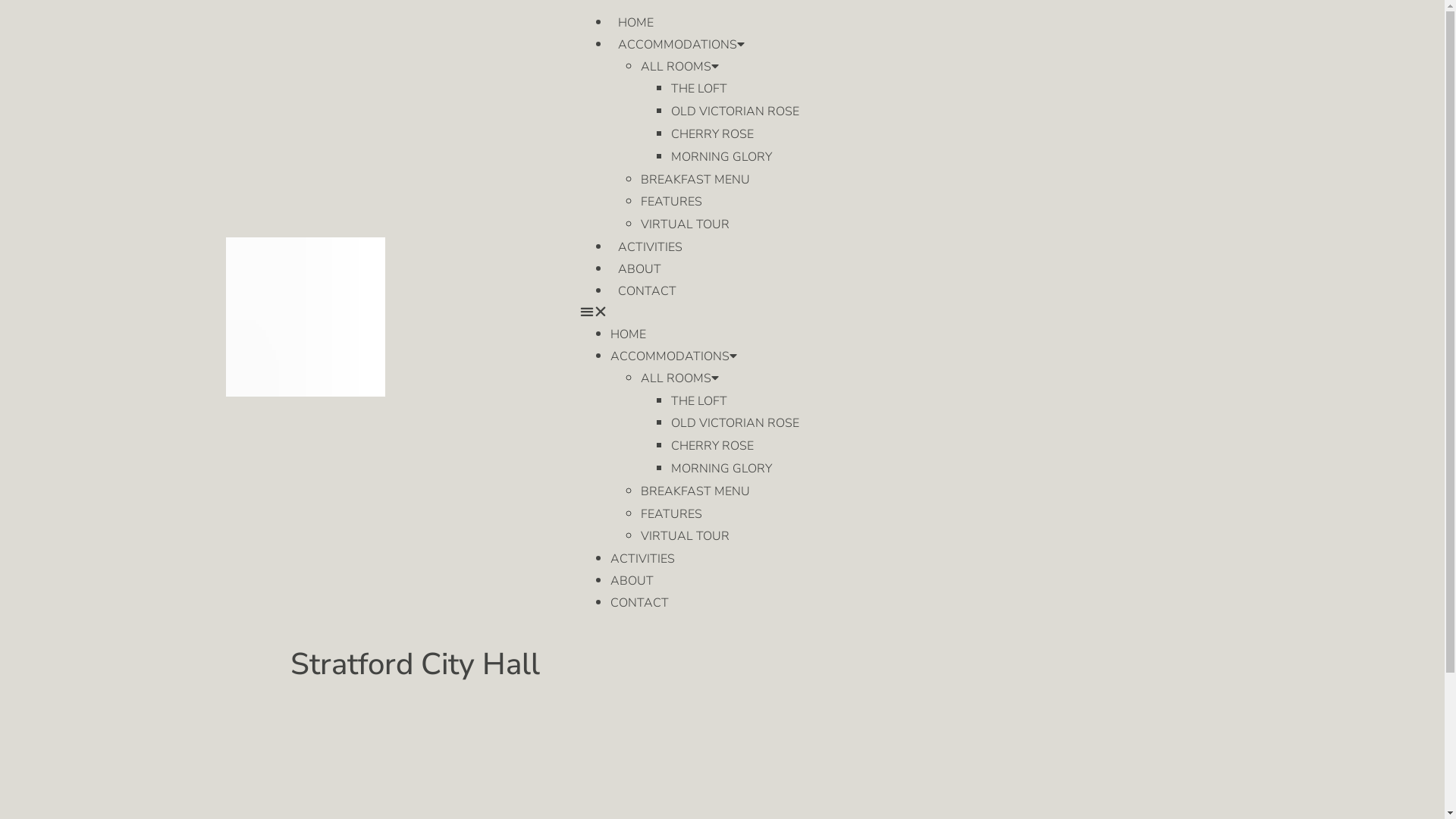 The width and height of the screenshot is (1456, 819). Describe the element at coordinates (639, 601) in the screenshot. I see `'CONTACT'` at that location.